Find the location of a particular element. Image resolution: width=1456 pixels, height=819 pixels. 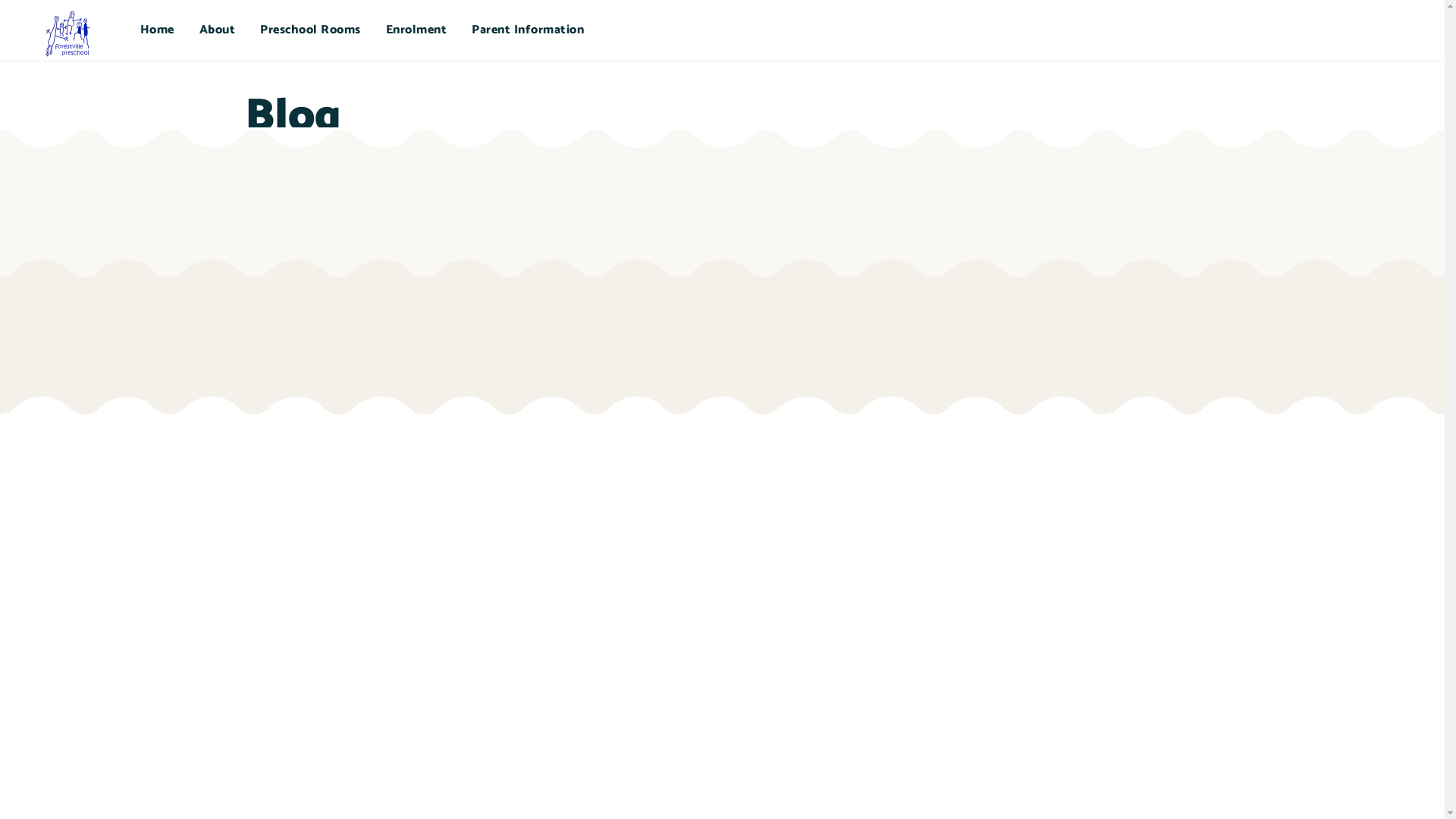

'Parent Information' is located at coordinates (528, 30).